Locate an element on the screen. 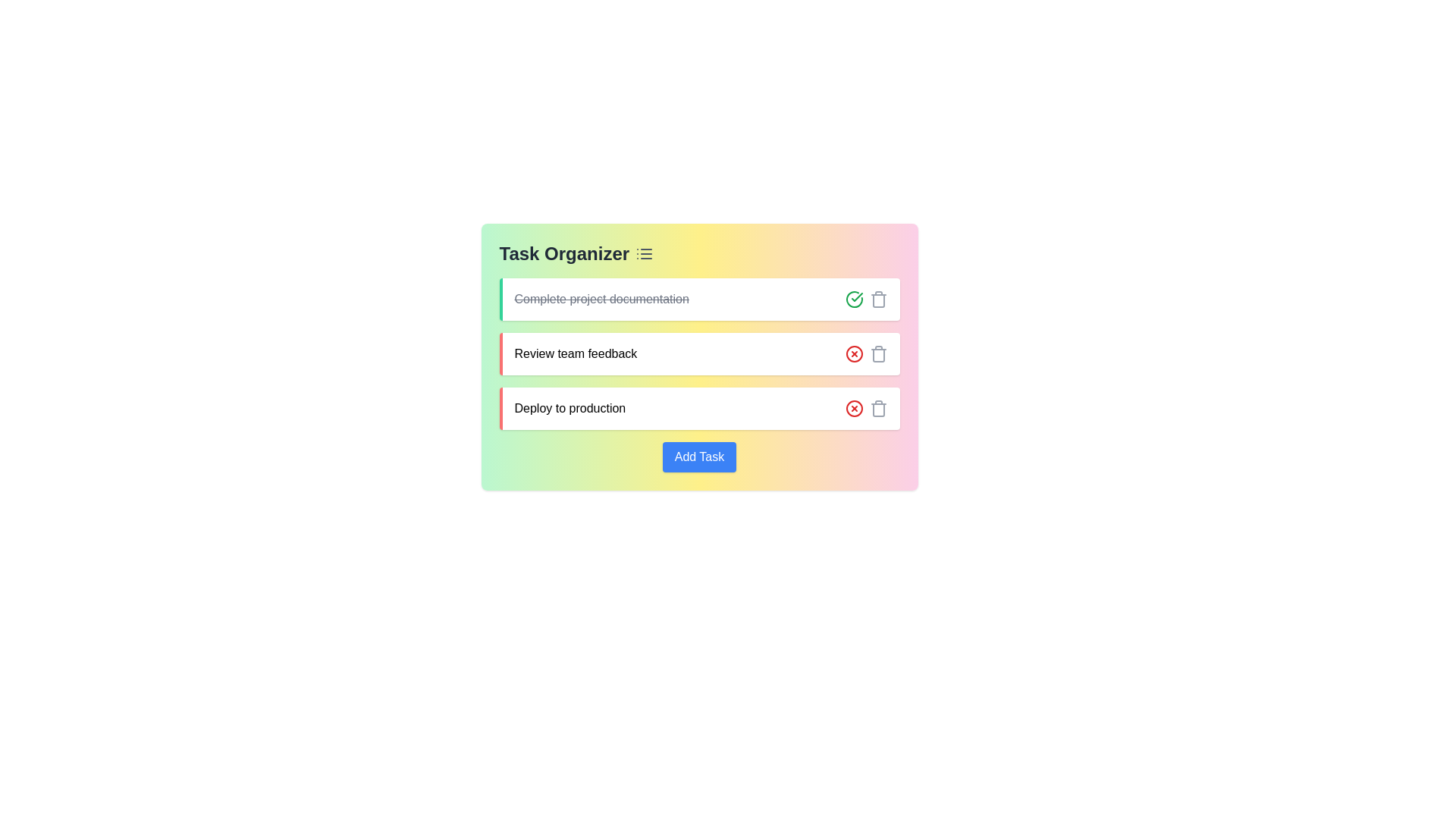  the delete button, which is the second icon in a horizontal layout, positioned next to a red circled X icon is located at coordinates (878, 299).